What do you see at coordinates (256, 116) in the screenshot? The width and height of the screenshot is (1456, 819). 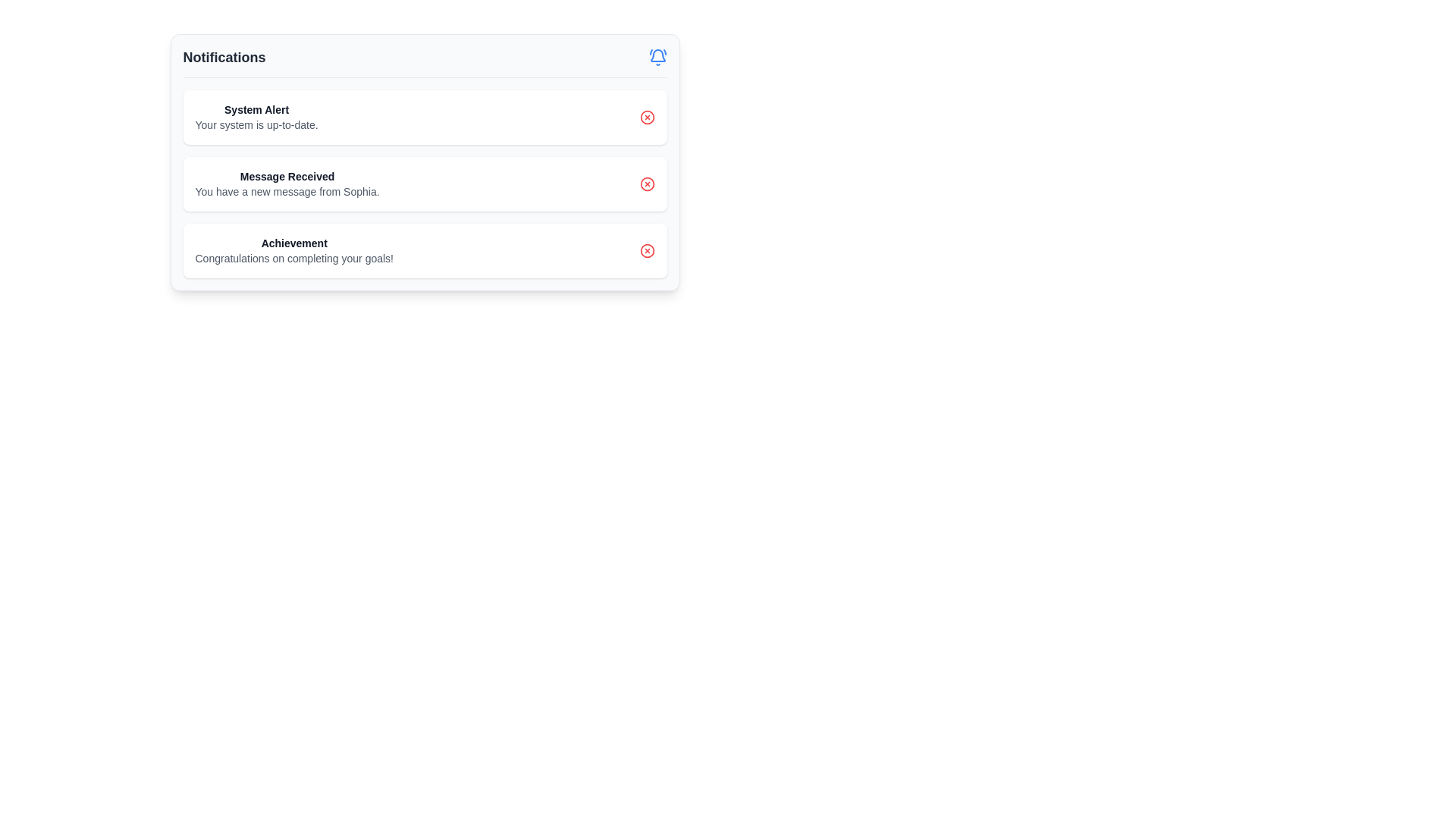 I see `the Notification Summary, which is the first item in the notification panel located near the top left` at bounding box center [256, 116].